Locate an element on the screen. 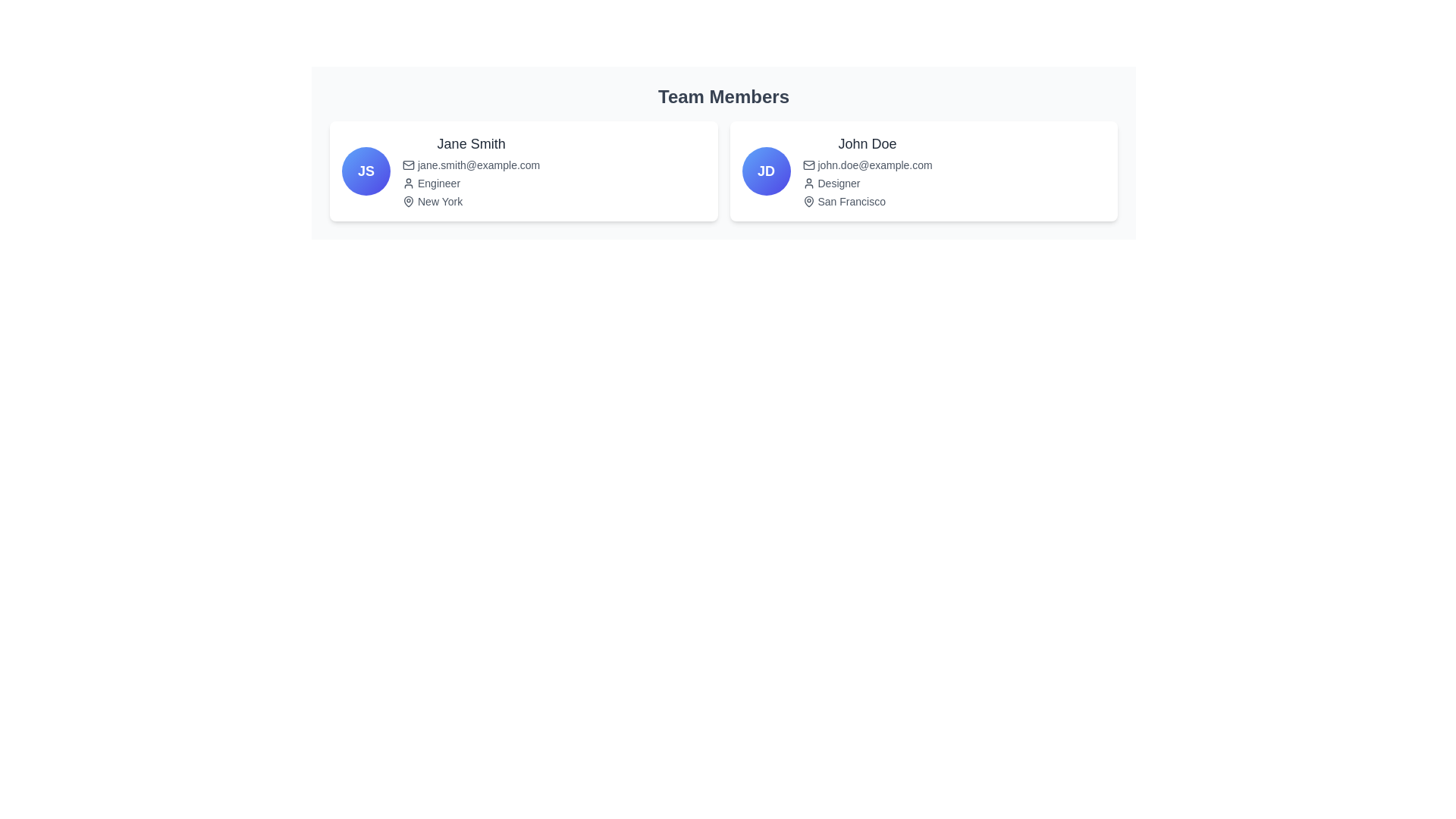 This screenshot has height=819, width=1456. email address displayed in the text label for 'Jane Smith', which is positioned below her name and above her role 'Engineer' is located at coordinates (470, 165).